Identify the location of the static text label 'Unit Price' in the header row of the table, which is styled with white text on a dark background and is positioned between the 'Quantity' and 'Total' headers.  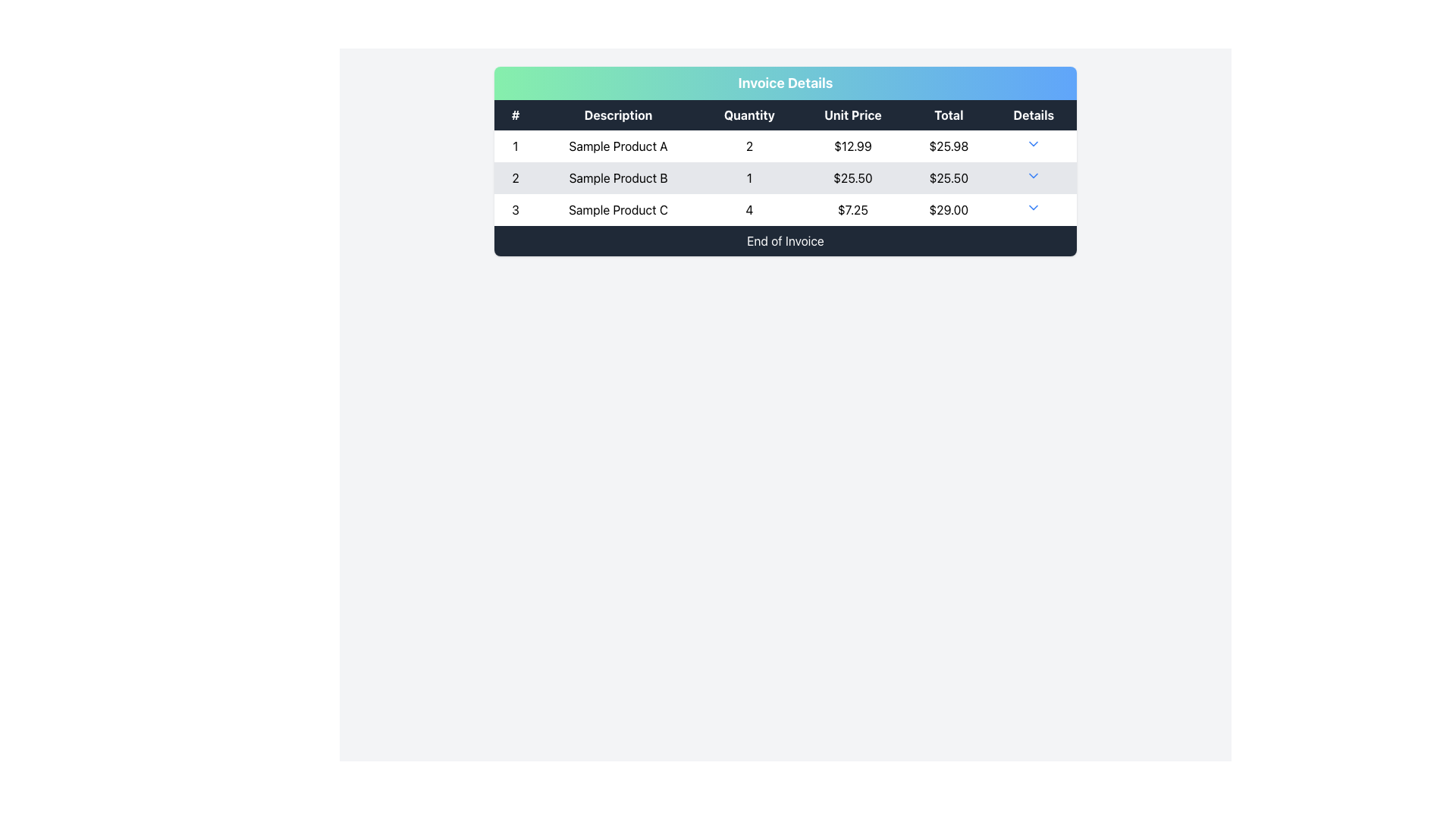
(852, 114).